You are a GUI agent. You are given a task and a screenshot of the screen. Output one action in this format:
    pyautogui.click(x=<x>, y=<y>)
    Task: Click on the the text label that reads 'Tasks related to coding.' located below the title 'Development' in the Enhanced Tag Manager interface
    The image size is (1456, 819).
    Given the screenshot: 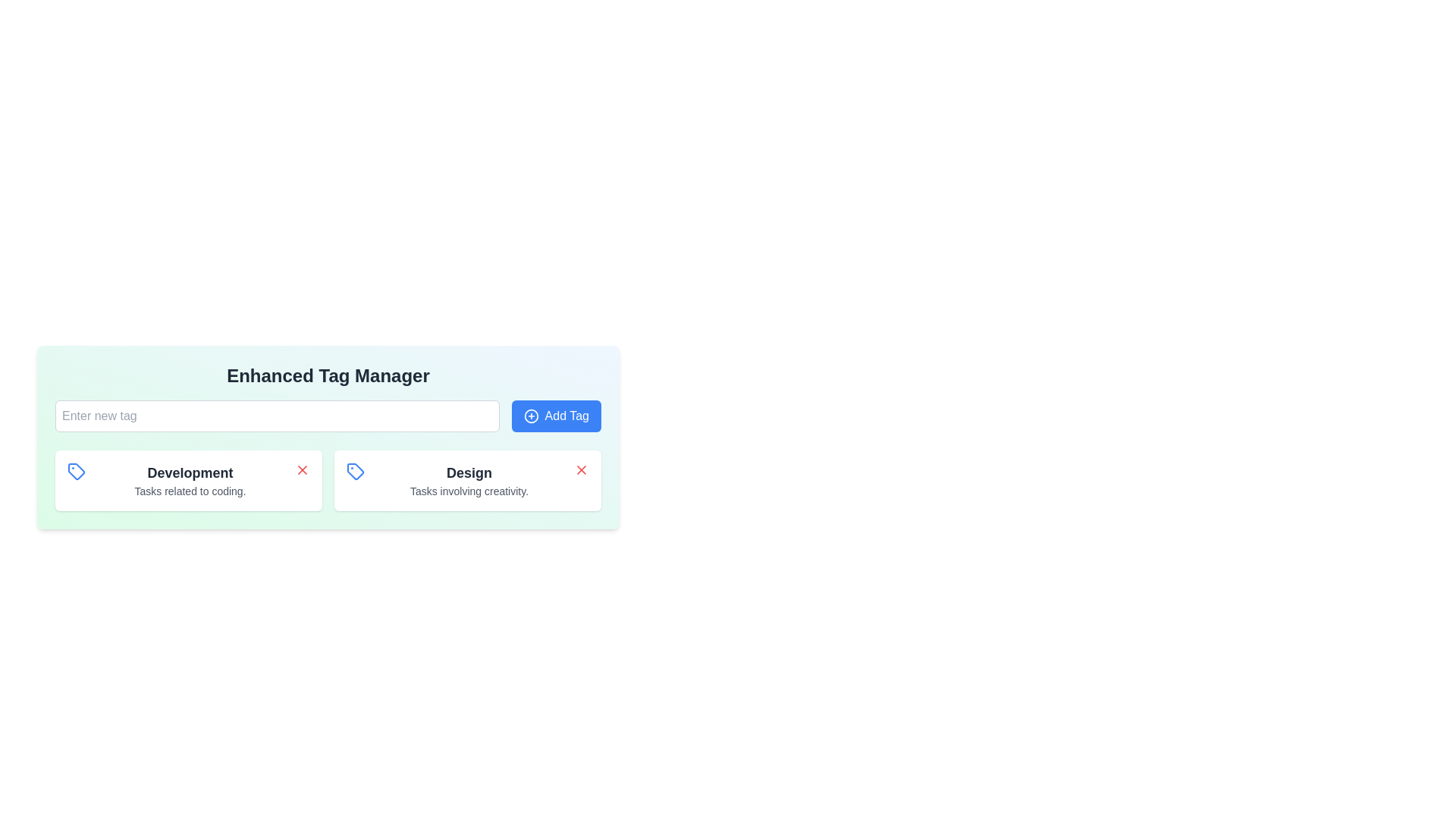 What is the action you would take?
    pyautogui.click(x=189, y=491)
    